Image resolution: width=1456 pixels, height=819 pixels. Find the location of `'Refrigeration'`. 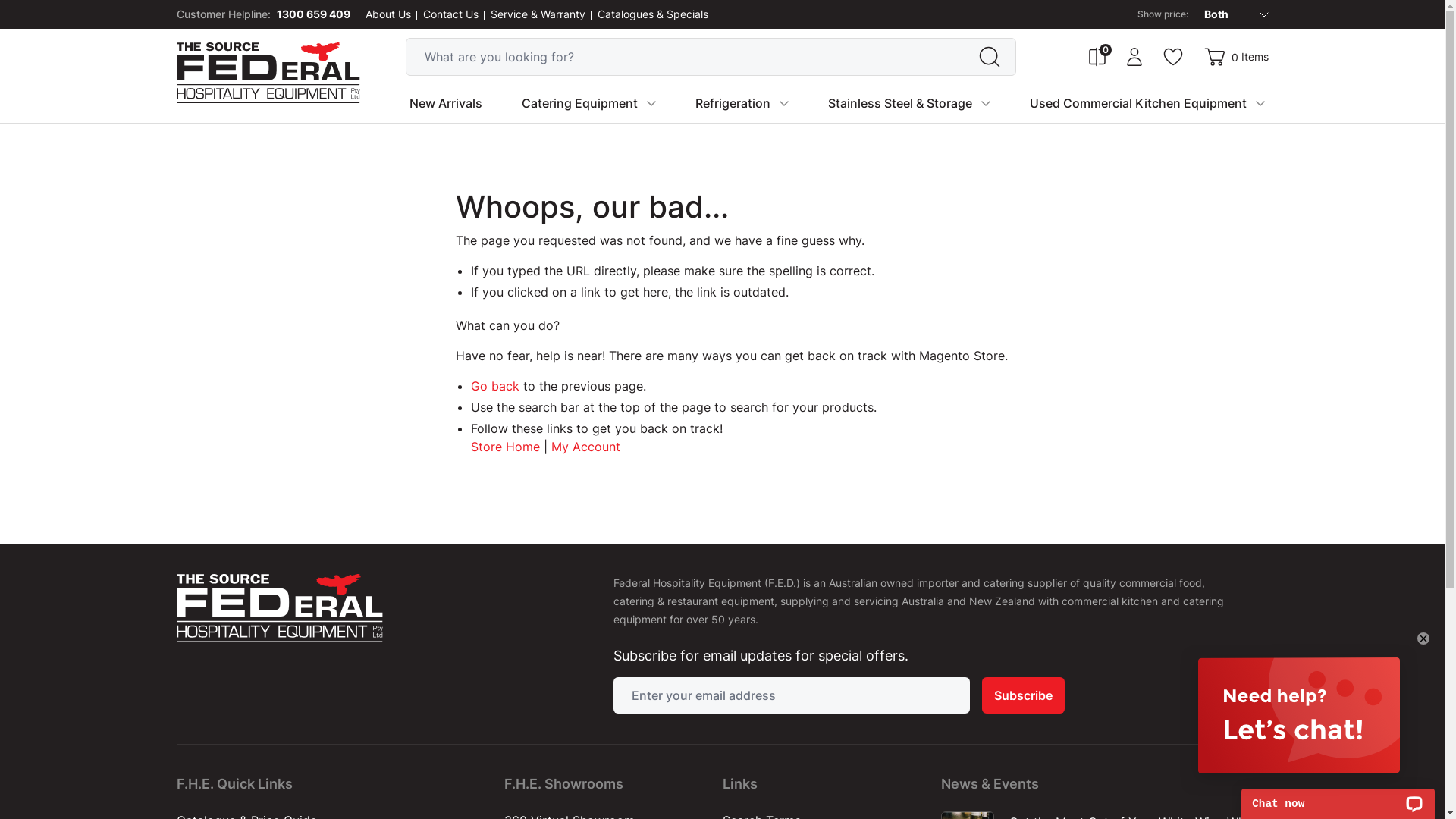

'Refrigeration' is located at coordinates (732, 102).